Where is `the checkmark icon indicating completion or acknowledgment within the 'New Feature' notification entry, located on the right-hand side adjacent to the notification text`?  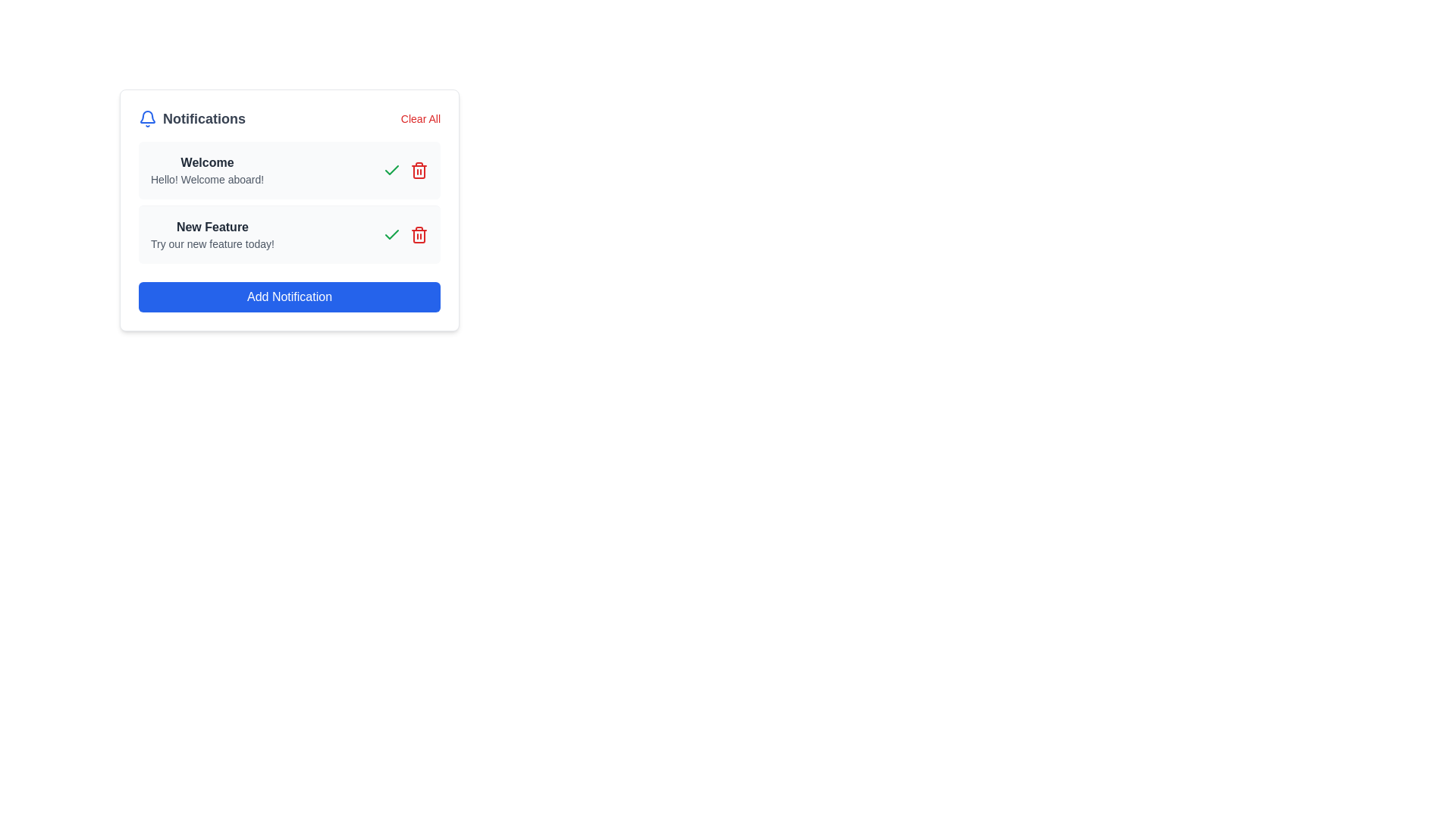 the checkmark icon indicating completion or acknowledgment within the 'New Feature' notification entry, located on the right-hand side adjacent to the notification text is located at coordinates (392, 170).